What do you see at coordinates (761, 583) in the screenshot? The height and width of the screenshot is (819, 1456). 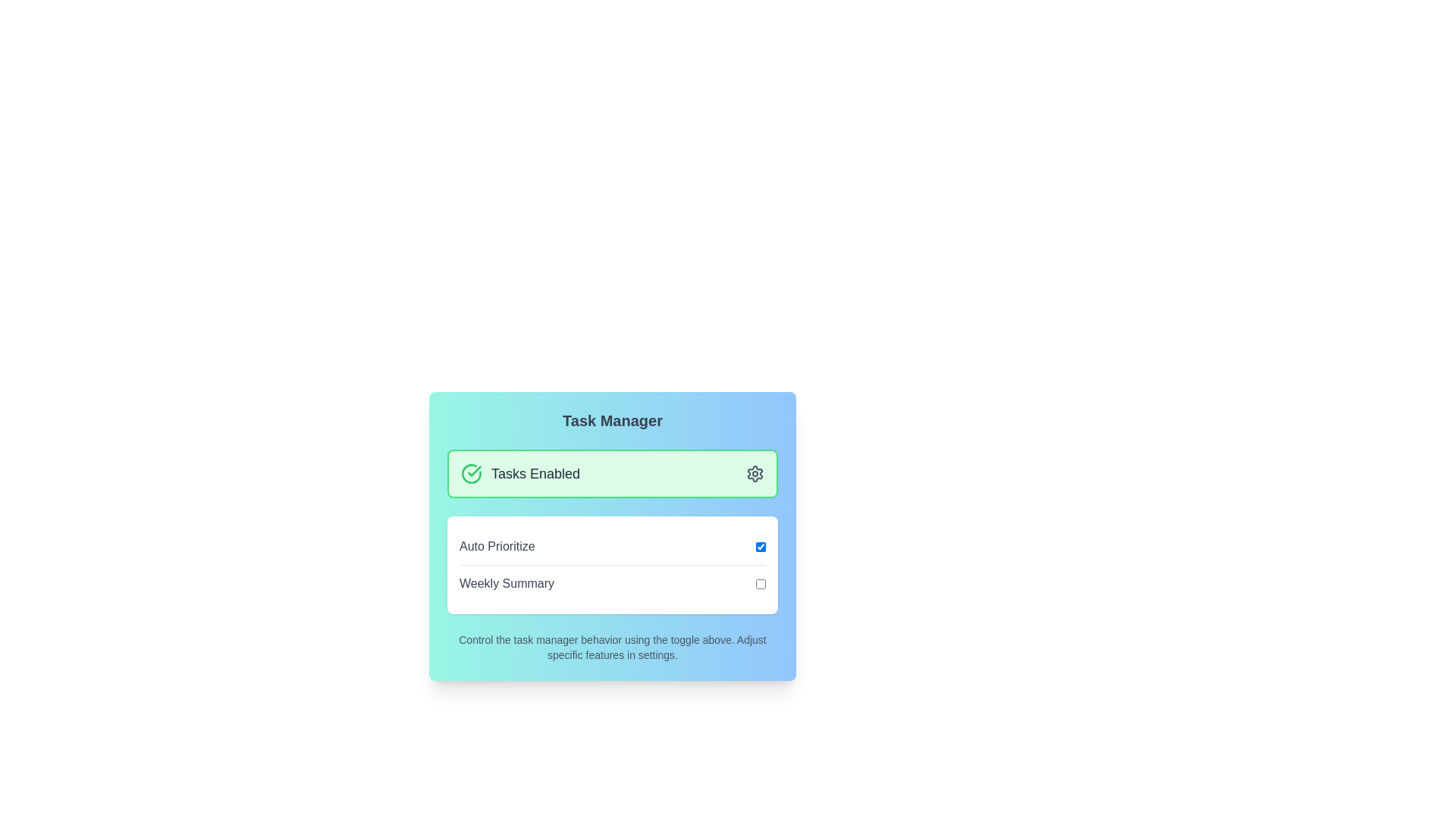 I see `the checkbox styled toggle located to the right of the 'Weekly Summary' label for keyboard interaction` at bounding box center [761, 583].